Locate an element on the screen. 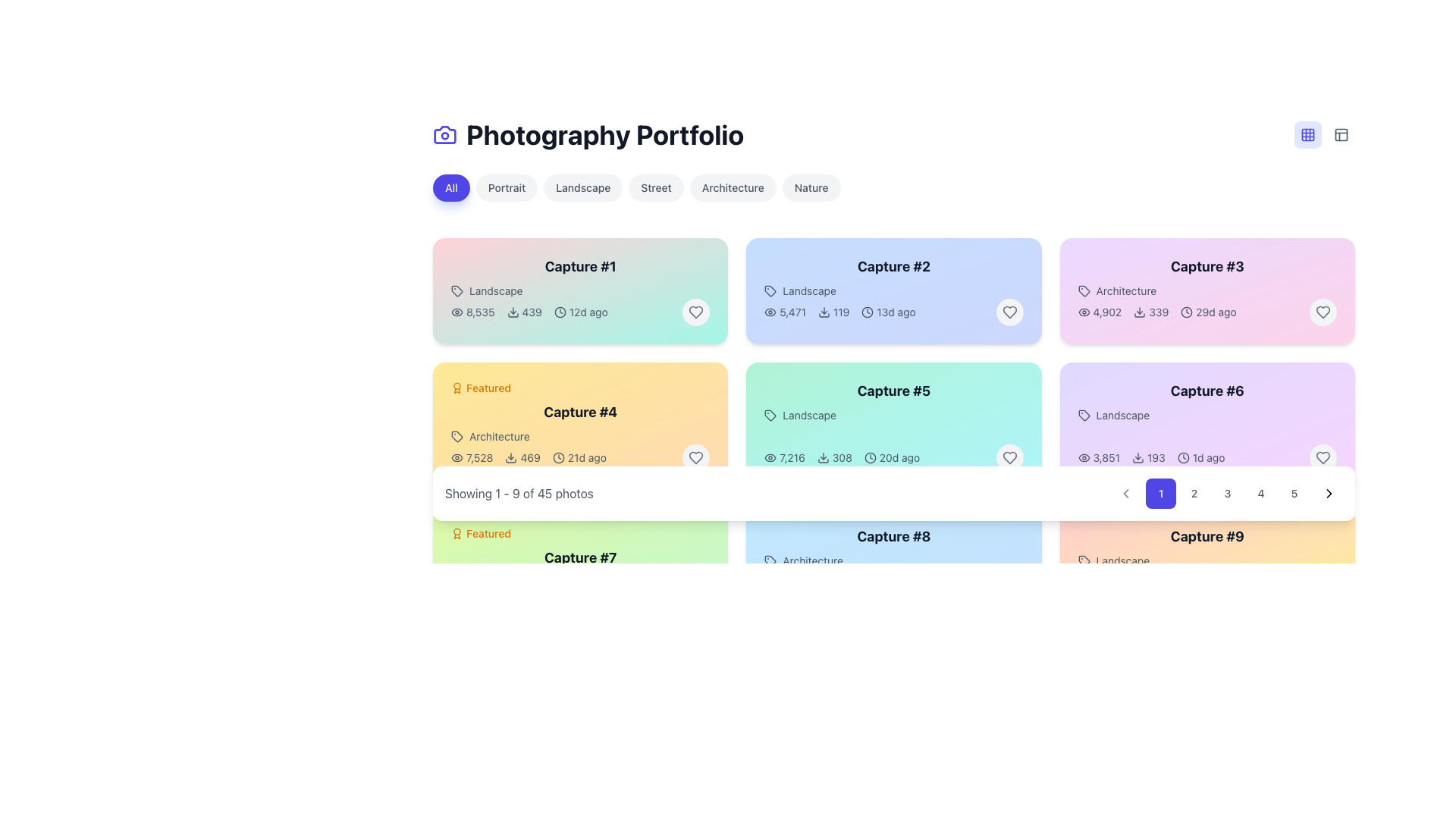 This screenshot has height=819, width=1456. the text element indicating the number of views or interactions, which is positioned to the left of the download count icon '469' in the bottom left of the 'Capture #4' yellow card is located at coordinates (471, 457).